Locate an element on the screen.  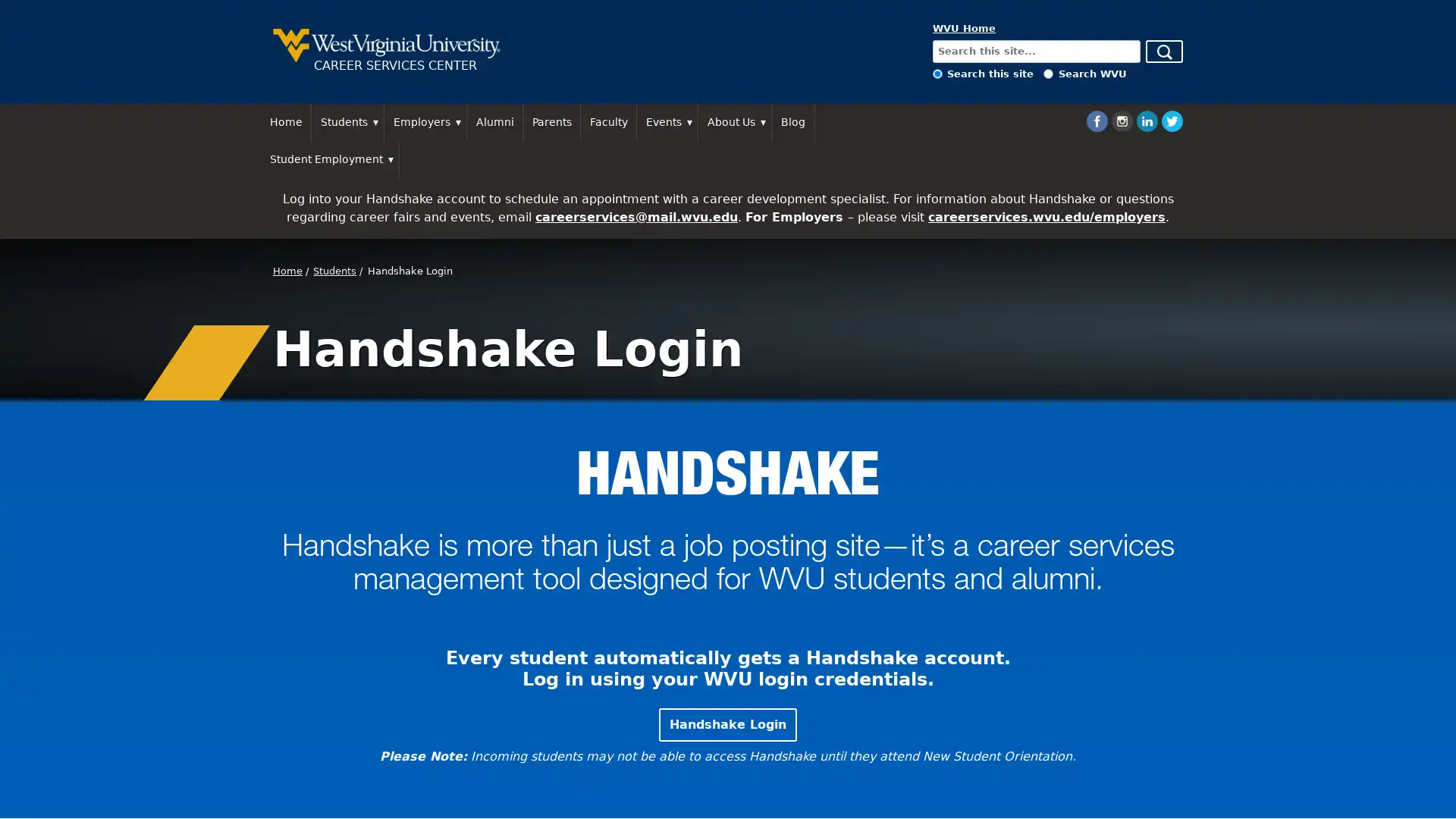
Search is located at coordinates (1163, 51).